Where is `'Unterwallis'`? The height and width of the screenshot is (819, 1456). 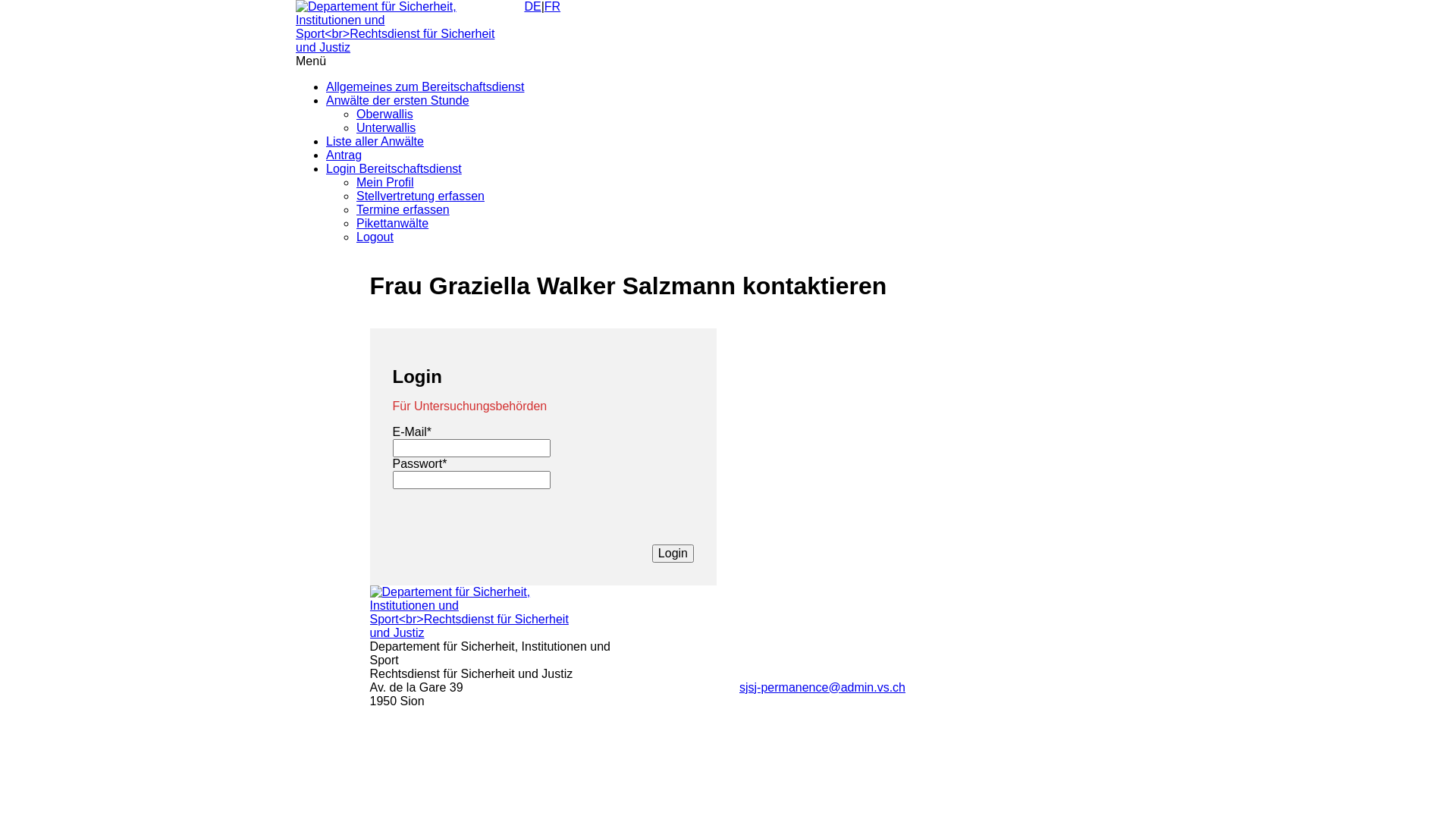 'Unterwallis' is located at coordinates (356, 127).